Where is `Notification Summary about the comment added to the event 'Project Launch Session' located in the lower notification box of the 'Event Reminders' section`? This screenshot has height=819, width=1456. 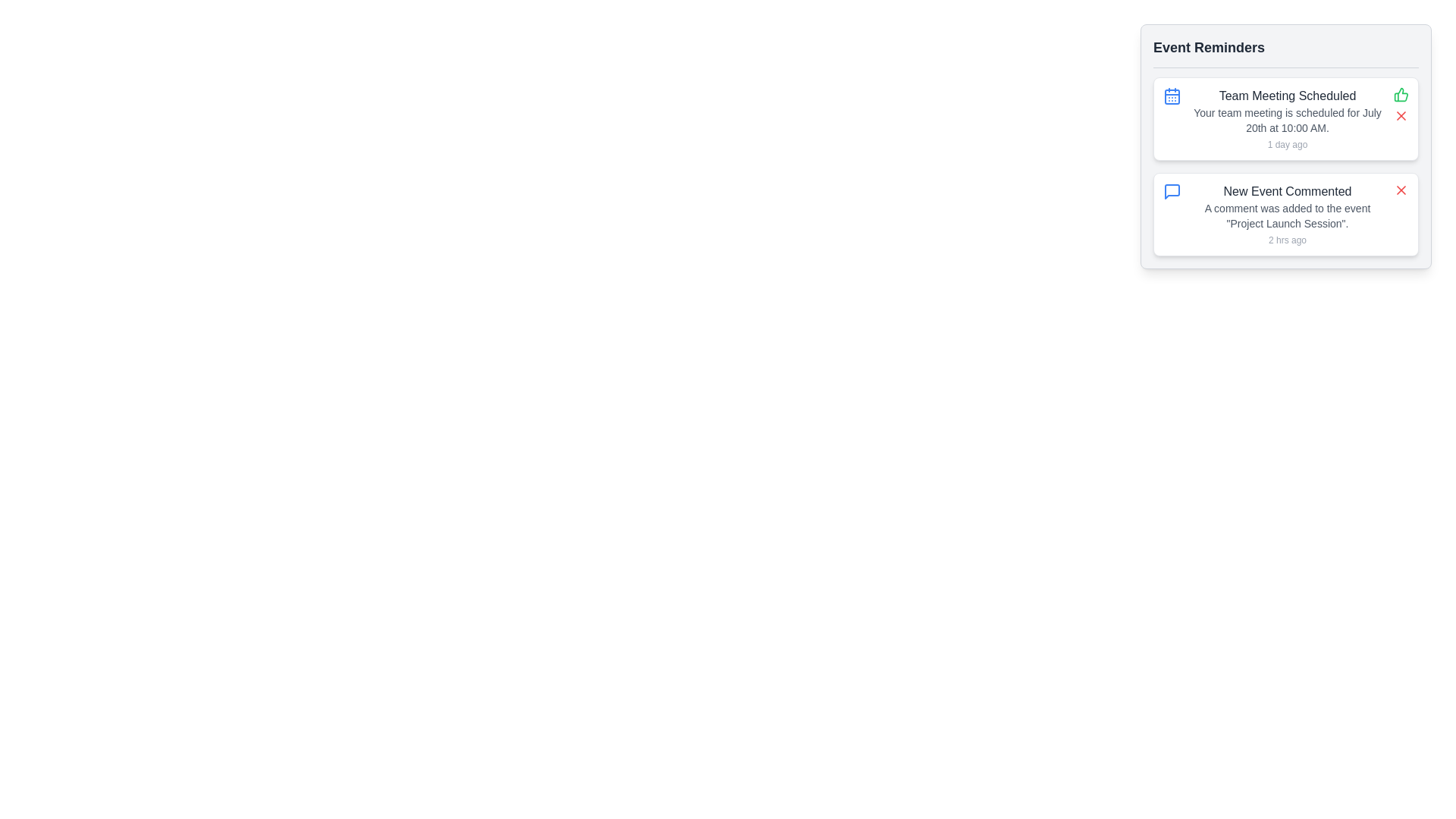
Notification Summary about the comment added to the event 'Project Launch Session' located in the lower notification box of the 'Event Reminders' section is located at coordinates (1287, 214).